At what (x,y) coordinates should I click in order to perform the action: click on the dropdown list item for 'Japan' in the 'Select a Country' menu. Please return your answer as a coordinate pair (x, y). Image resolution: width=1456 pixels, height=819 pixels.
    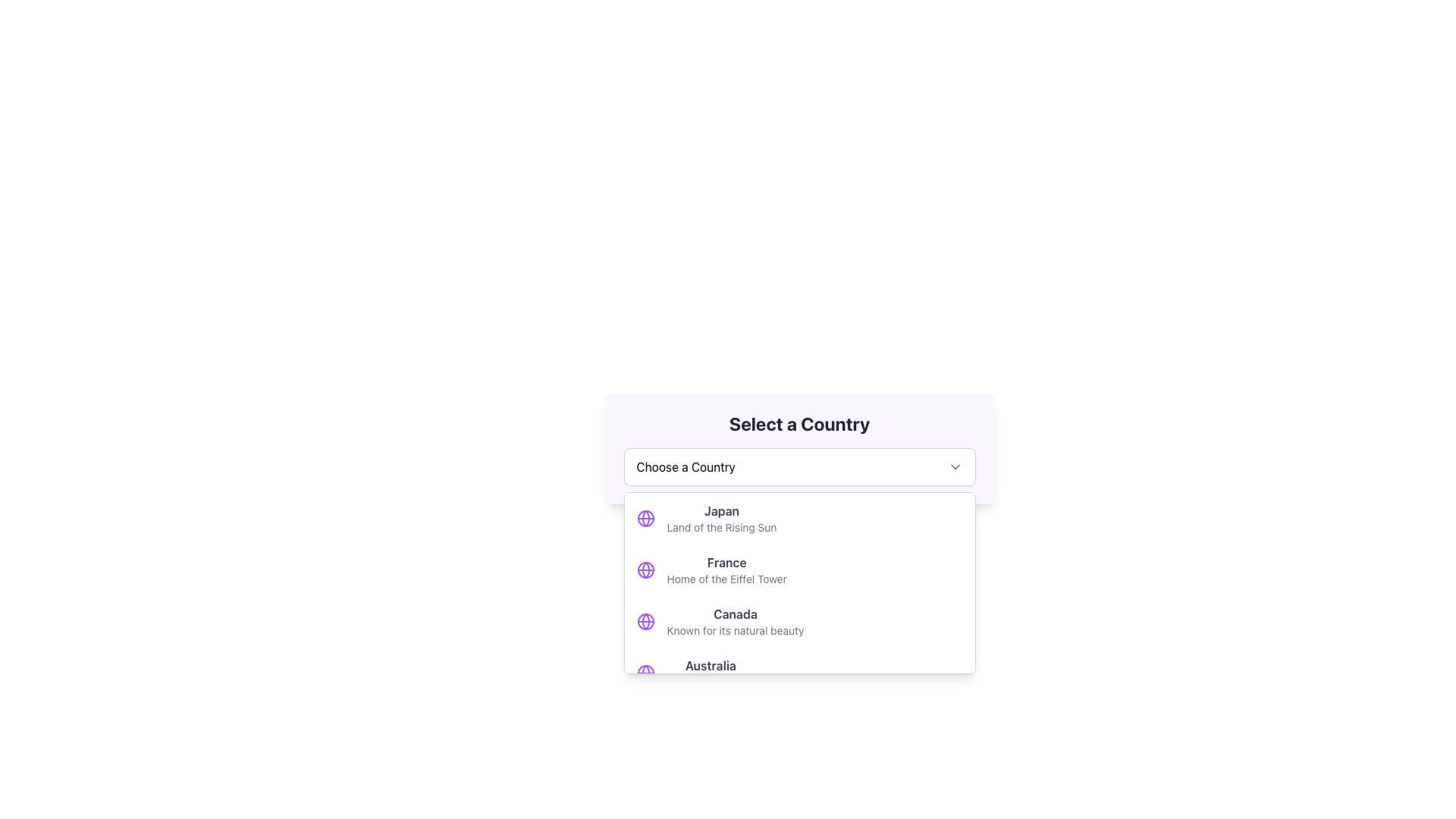
    Looking at the image, I should click on (799, 517).